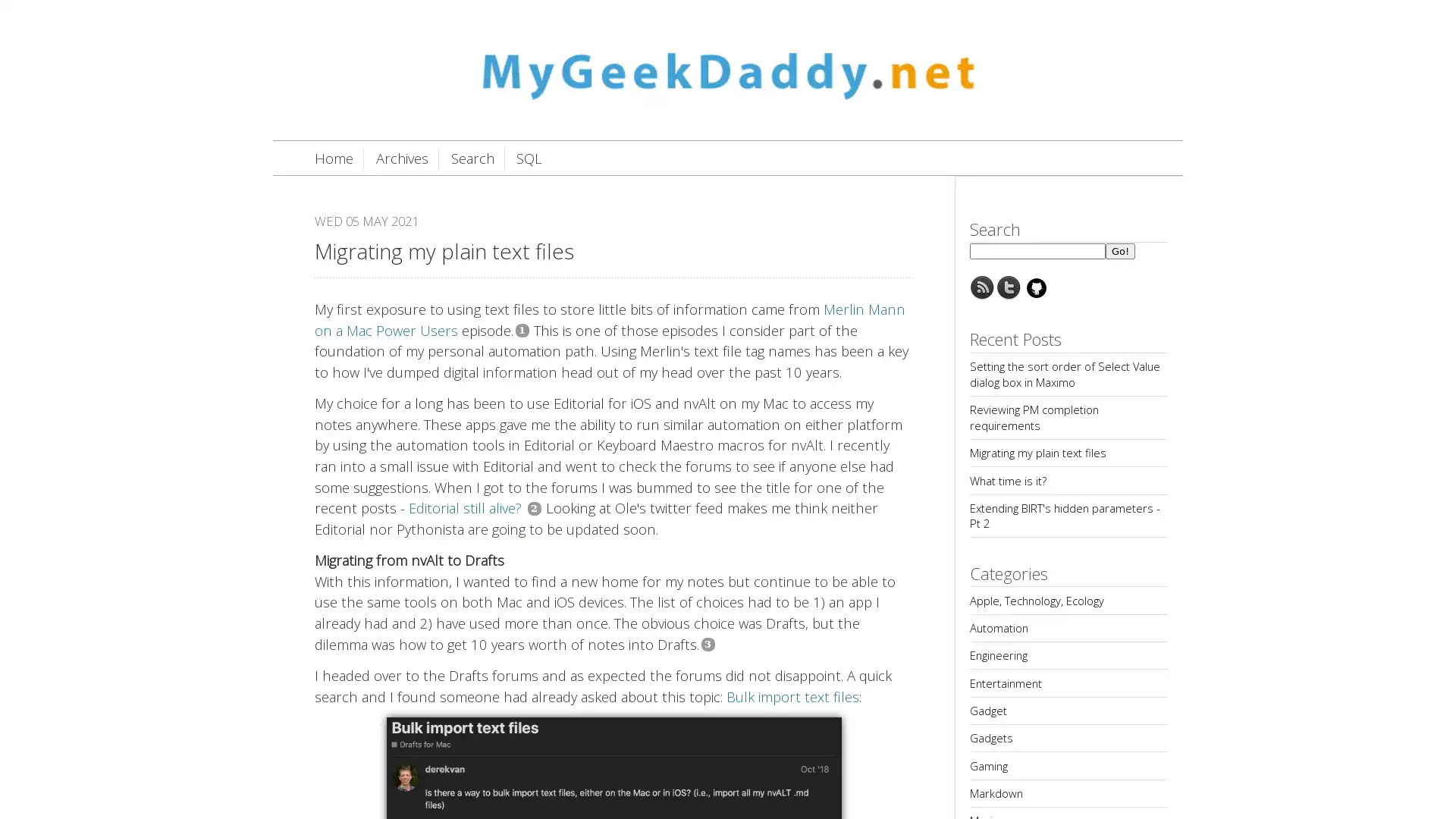  What do you see at coordinates (707, 644) in the screenshot?
I see `3` at bounding box center [707, 644].